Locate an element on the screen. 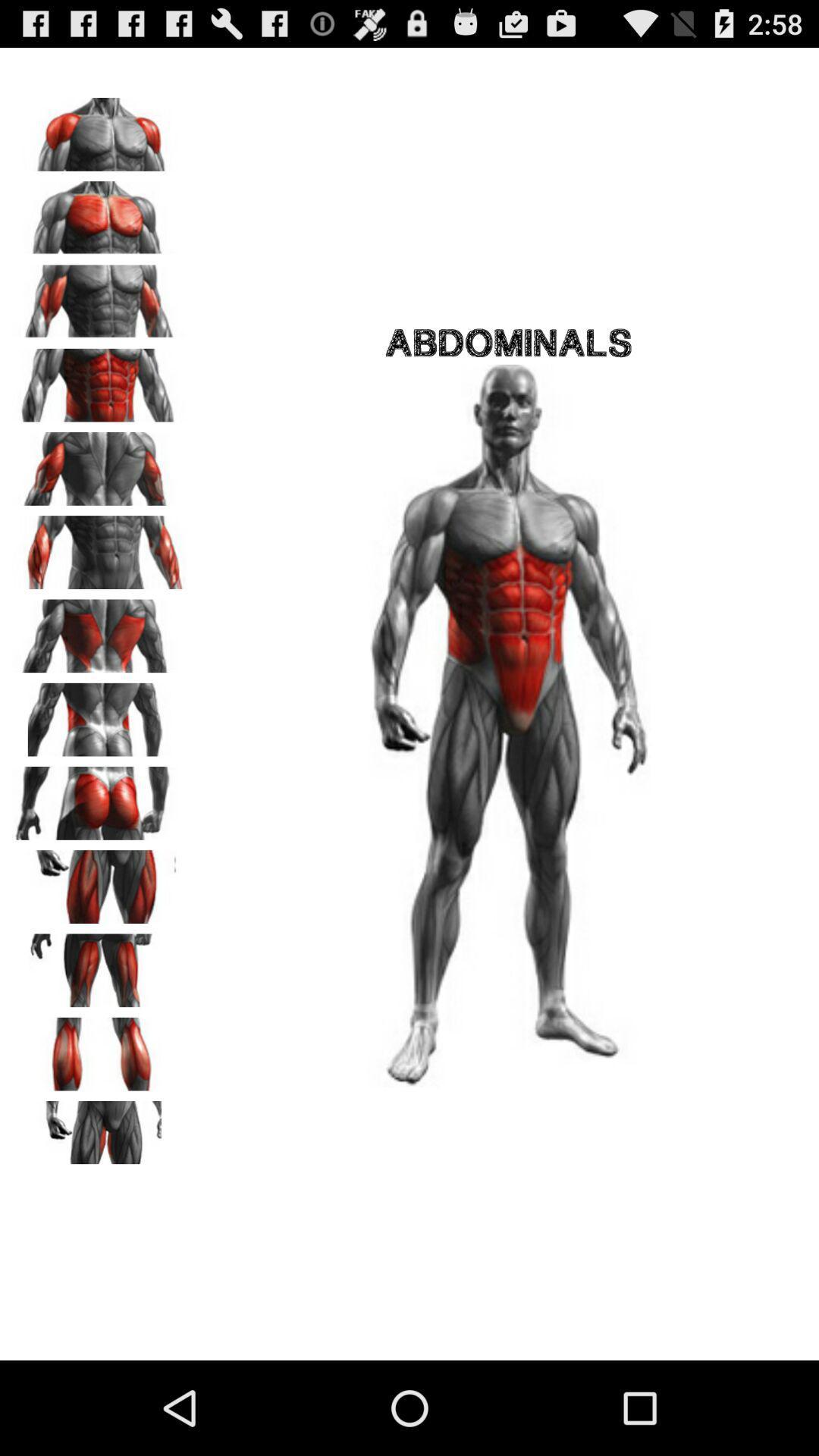 The width and height of the screenshot is (819, 1456). muscle group information is located at coordinates (99, 881).